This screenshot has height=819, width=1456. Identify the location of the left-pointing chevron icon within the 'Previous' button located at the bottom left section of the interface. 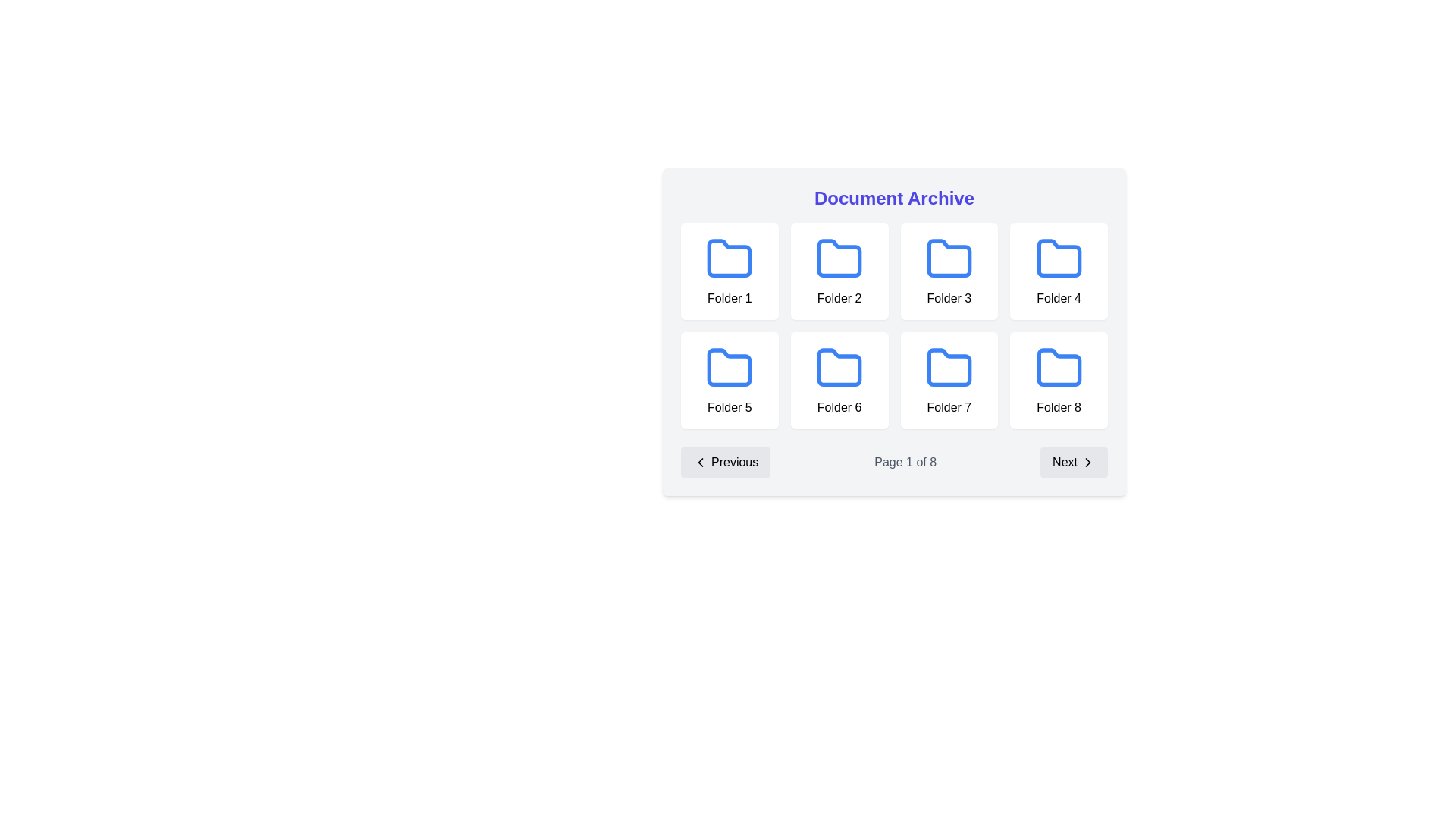
(700, 461).